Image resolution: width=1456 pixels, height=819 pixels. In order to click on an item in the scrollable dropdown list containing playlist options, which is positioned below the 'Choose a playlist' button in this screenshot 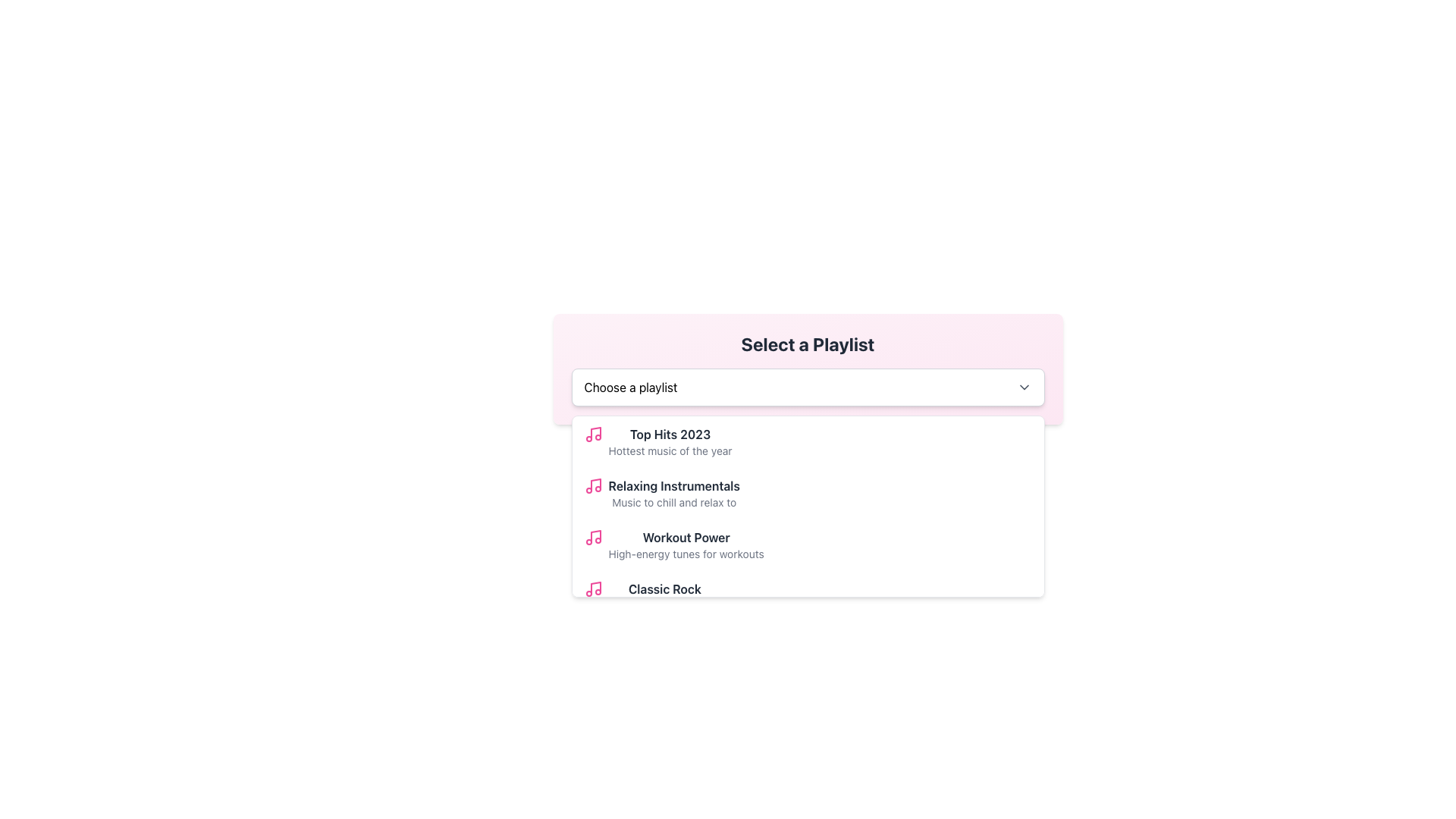, I will do `click(807, 506)`.